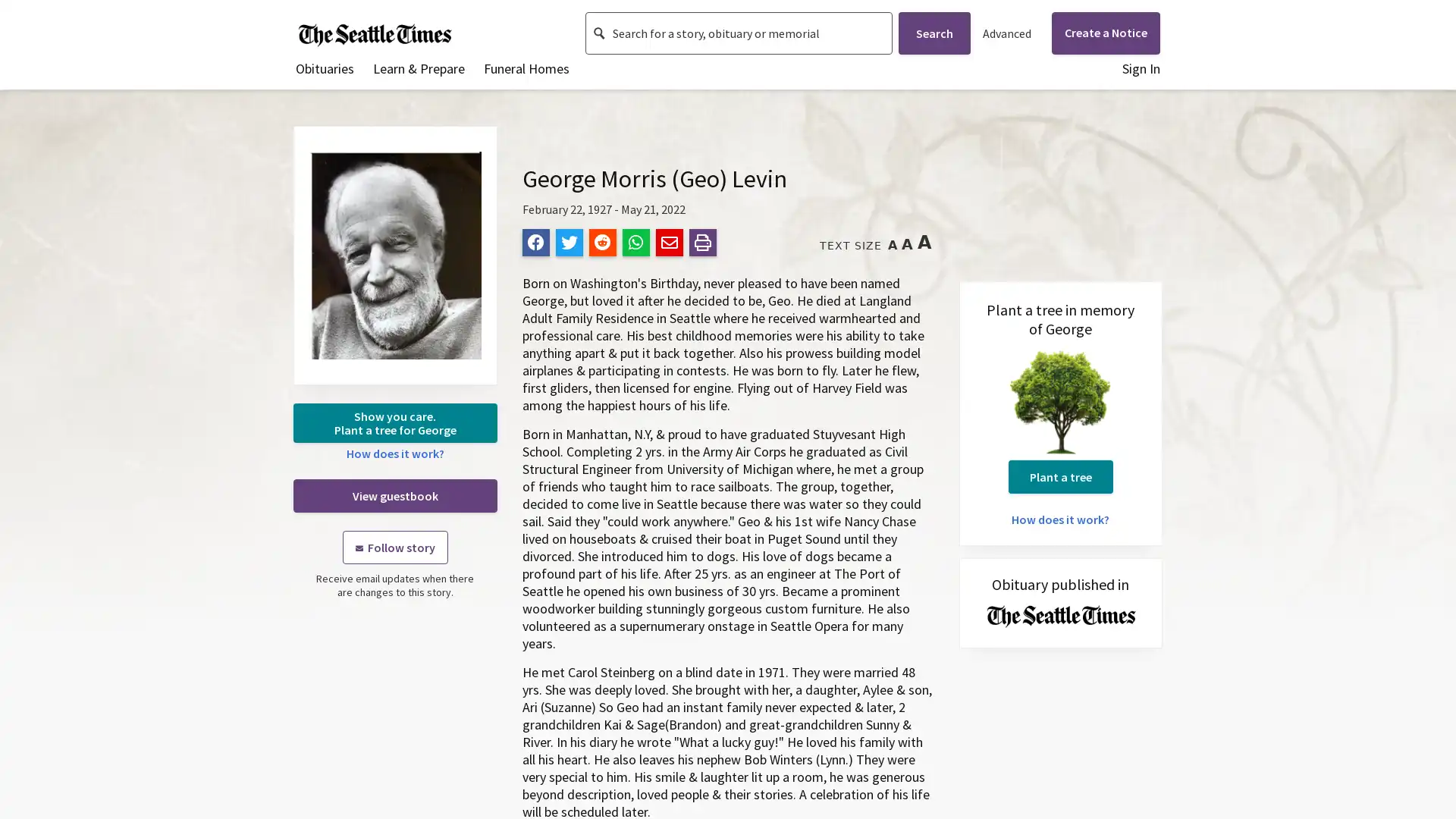 Image resolution: width=1456 pixels, height=819 pixels. I want to click on Normal font, so click(892, 245).